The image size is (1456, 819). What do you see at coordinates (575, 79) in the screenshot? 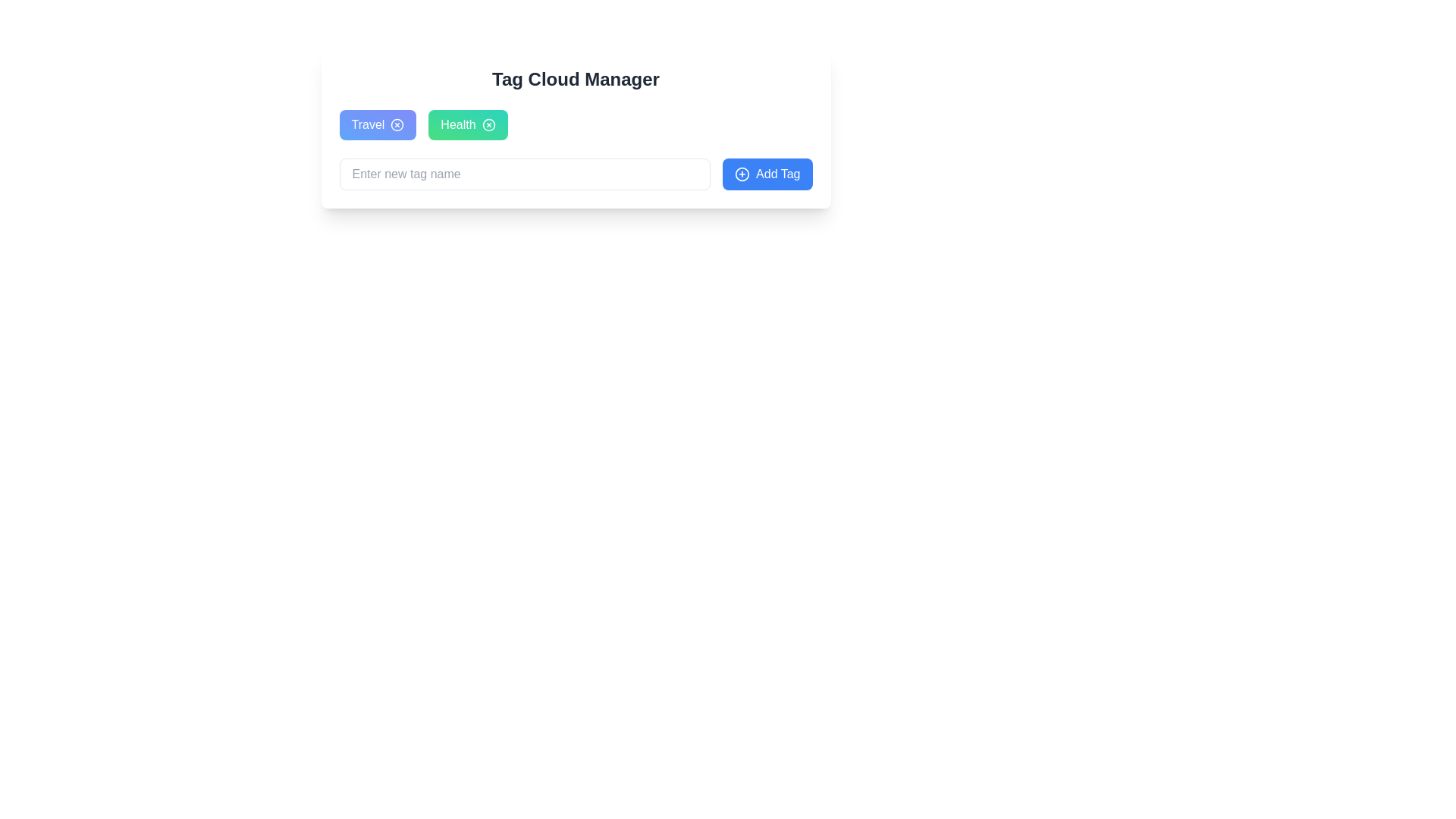
I see `the title text block that serves as a header for managing tags, positioned above the 'Travel' and 'Health' elements` at bounding box center [575, 79].